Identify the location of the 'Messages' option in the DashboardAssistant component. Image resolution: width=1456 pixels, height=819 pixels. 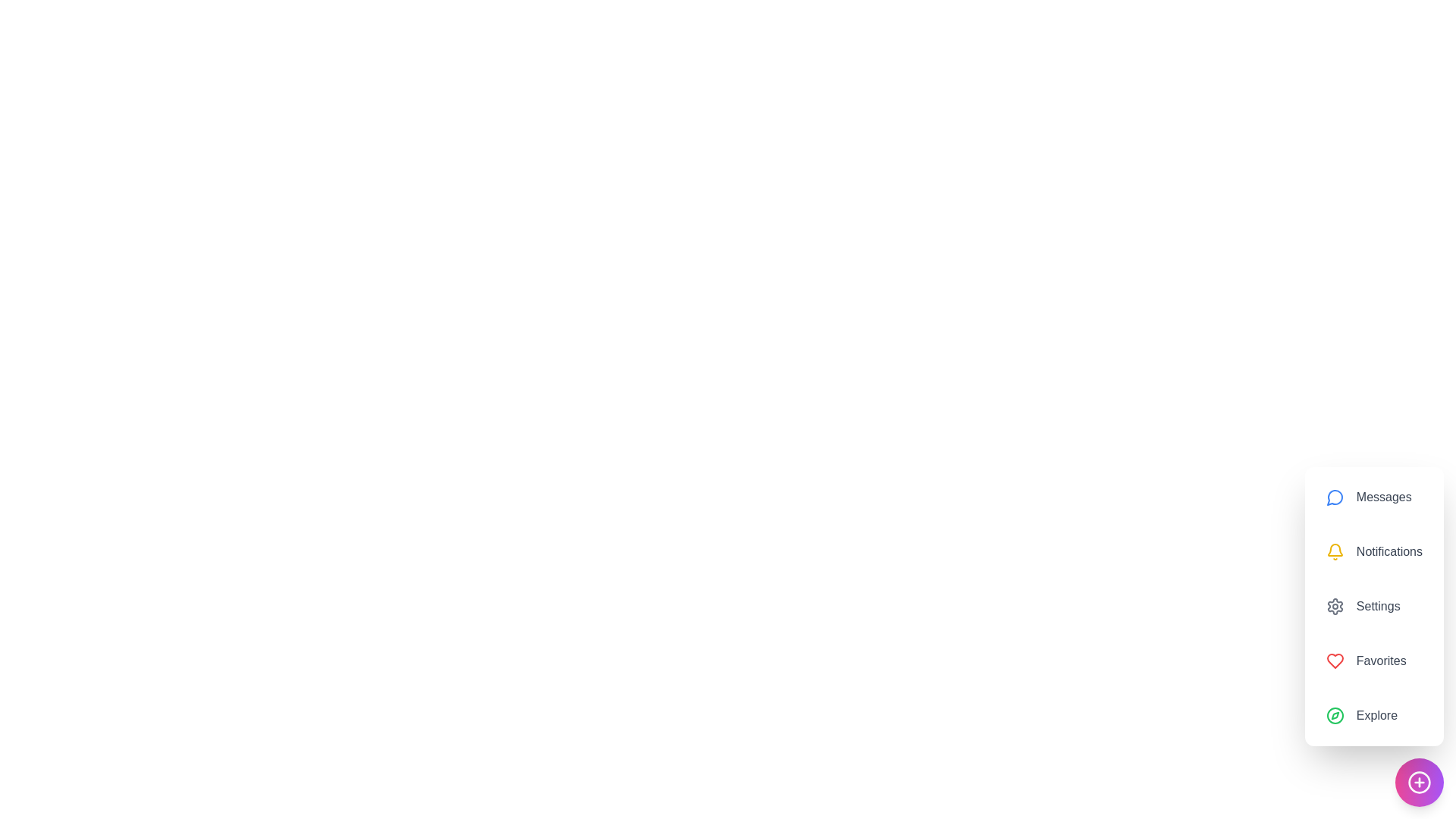
(1373, 497).